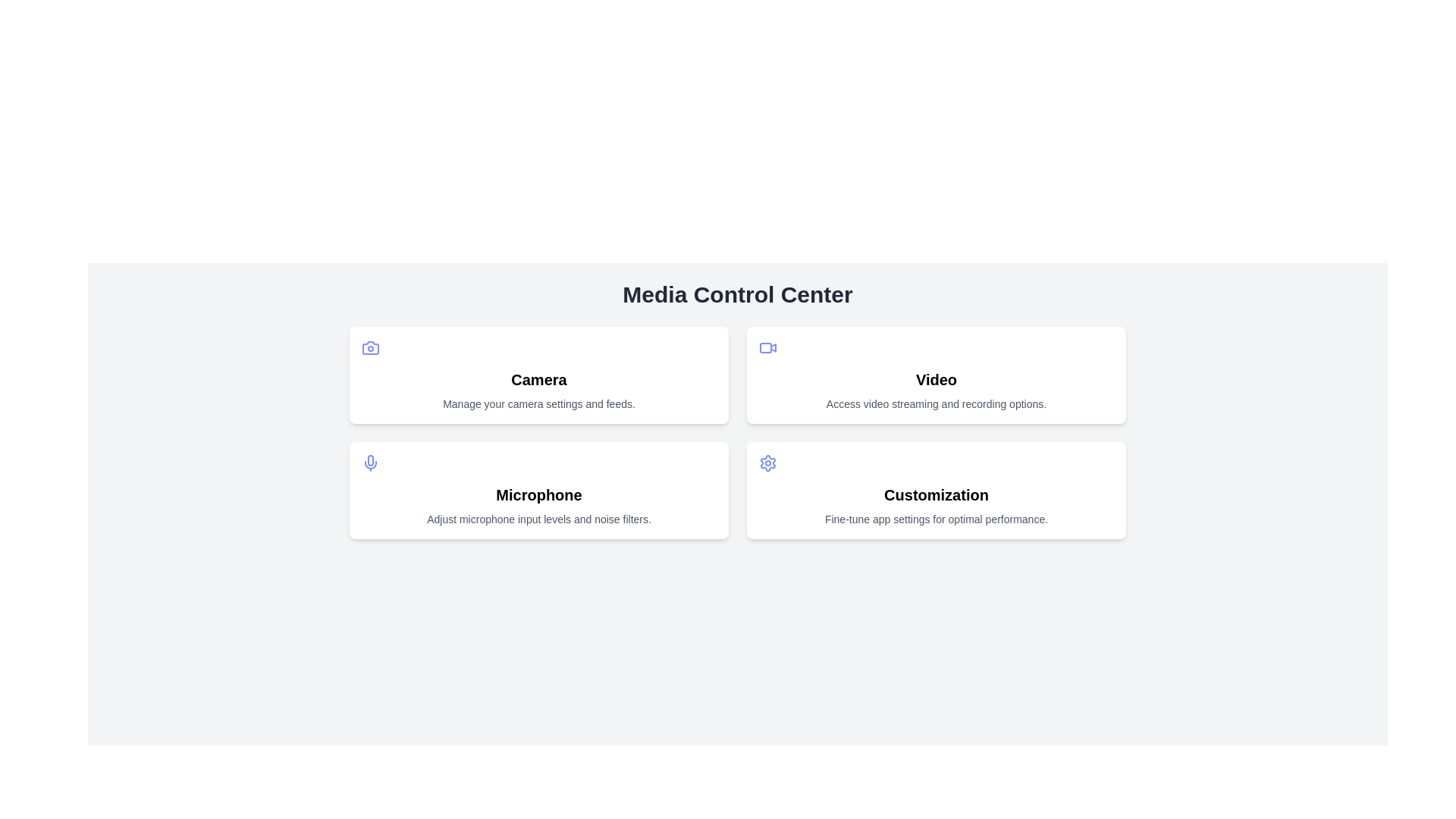 Image resolution: width=1456 pixels, height=819 pixels. What do you see at coordinates (538, 519) in the screenshot?
I see `the descriptive text located at the bottom of the 'Microphone' card, which provides additional context about its features or purpose` at bounding box center [538, 519].